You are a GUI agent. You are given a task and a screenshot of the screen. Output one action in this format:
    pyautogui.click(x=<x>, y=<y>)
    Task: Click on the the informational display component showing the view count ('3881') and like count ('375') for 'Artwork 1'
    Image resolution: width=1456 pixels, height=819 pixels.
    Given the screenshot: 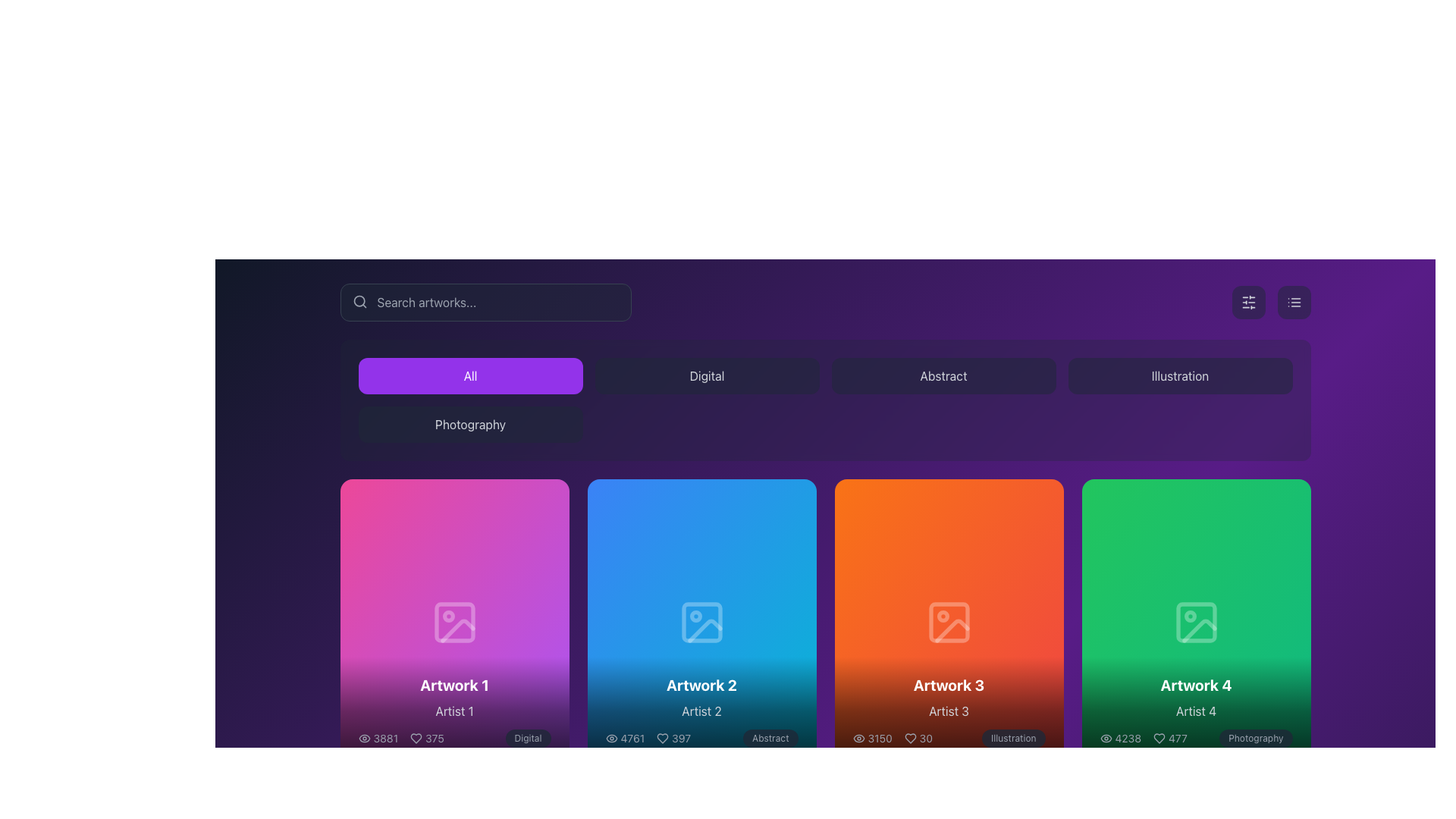 What is the action you would take?
    pyautogui.click(x=401, y=737)
    